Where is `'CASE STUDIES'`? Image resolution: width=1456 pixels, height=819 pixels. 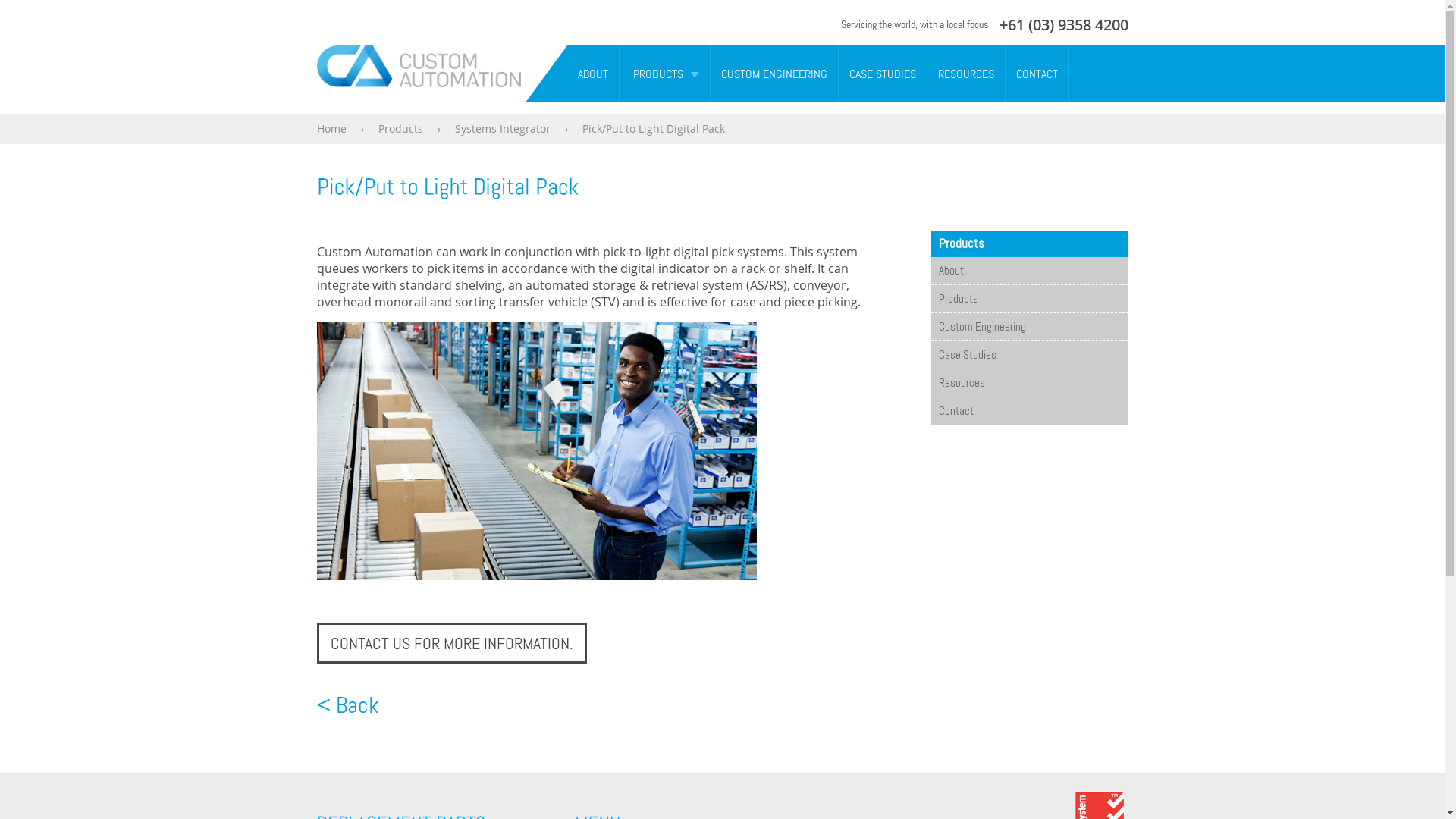 'CASE STUDIES' is located at coordinates (882, 74).